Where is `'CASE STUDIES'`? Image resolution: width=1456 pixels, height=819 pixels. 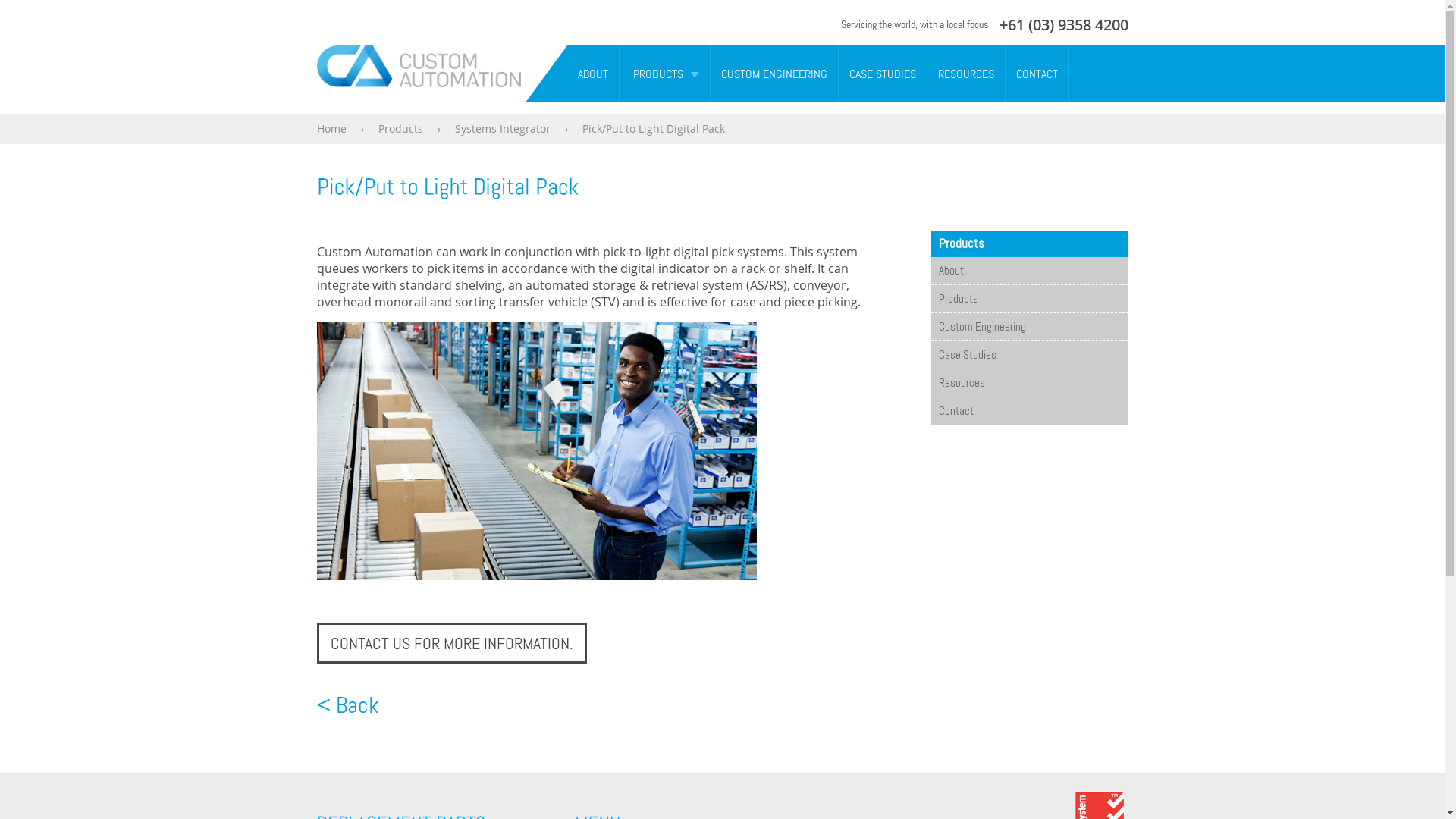 'CASE STUDIES' is located at coordinates (882, 74).